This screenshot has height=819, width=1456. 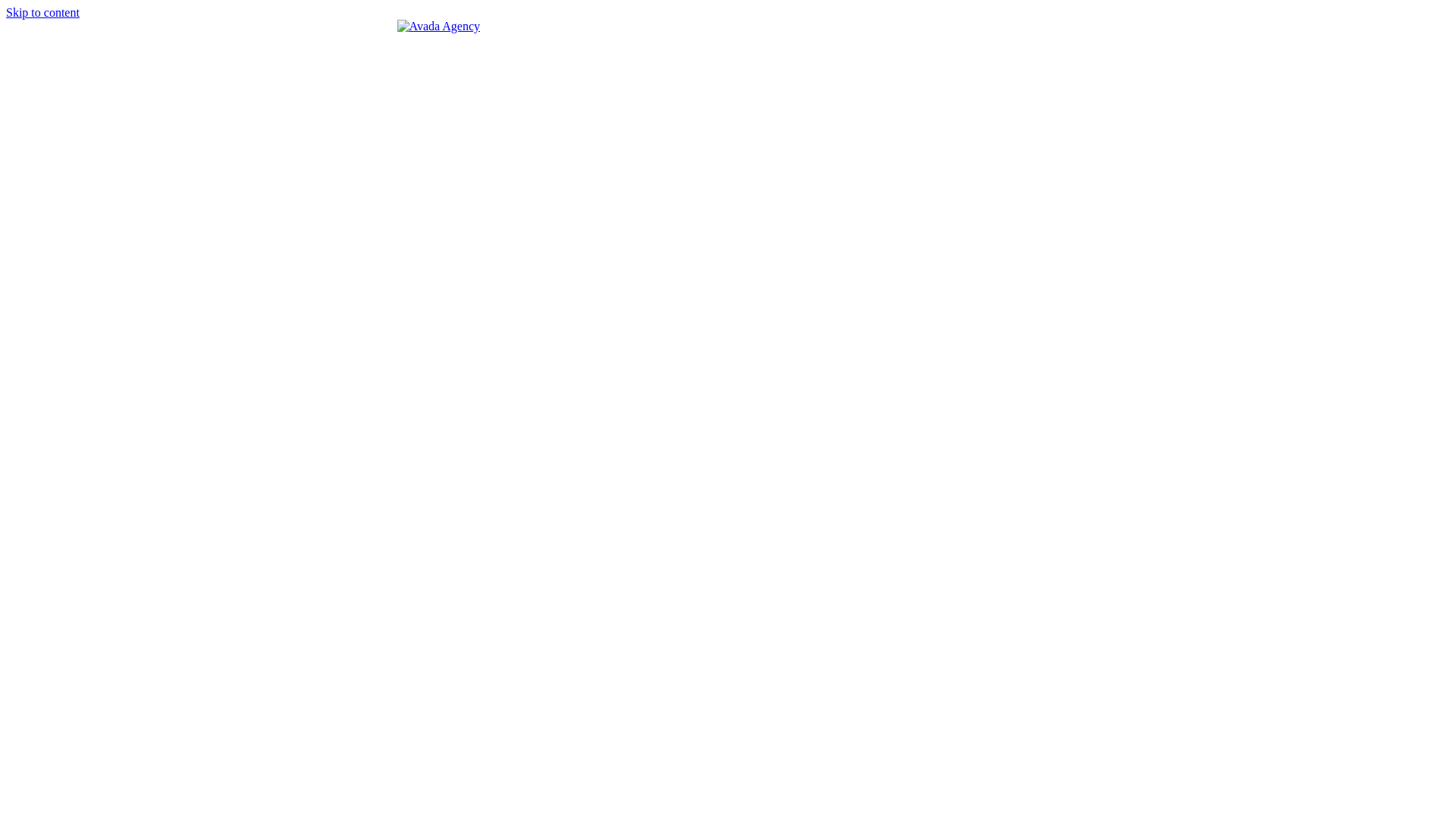 I want to click on 'Skip to content', so click(x=42, y=12).